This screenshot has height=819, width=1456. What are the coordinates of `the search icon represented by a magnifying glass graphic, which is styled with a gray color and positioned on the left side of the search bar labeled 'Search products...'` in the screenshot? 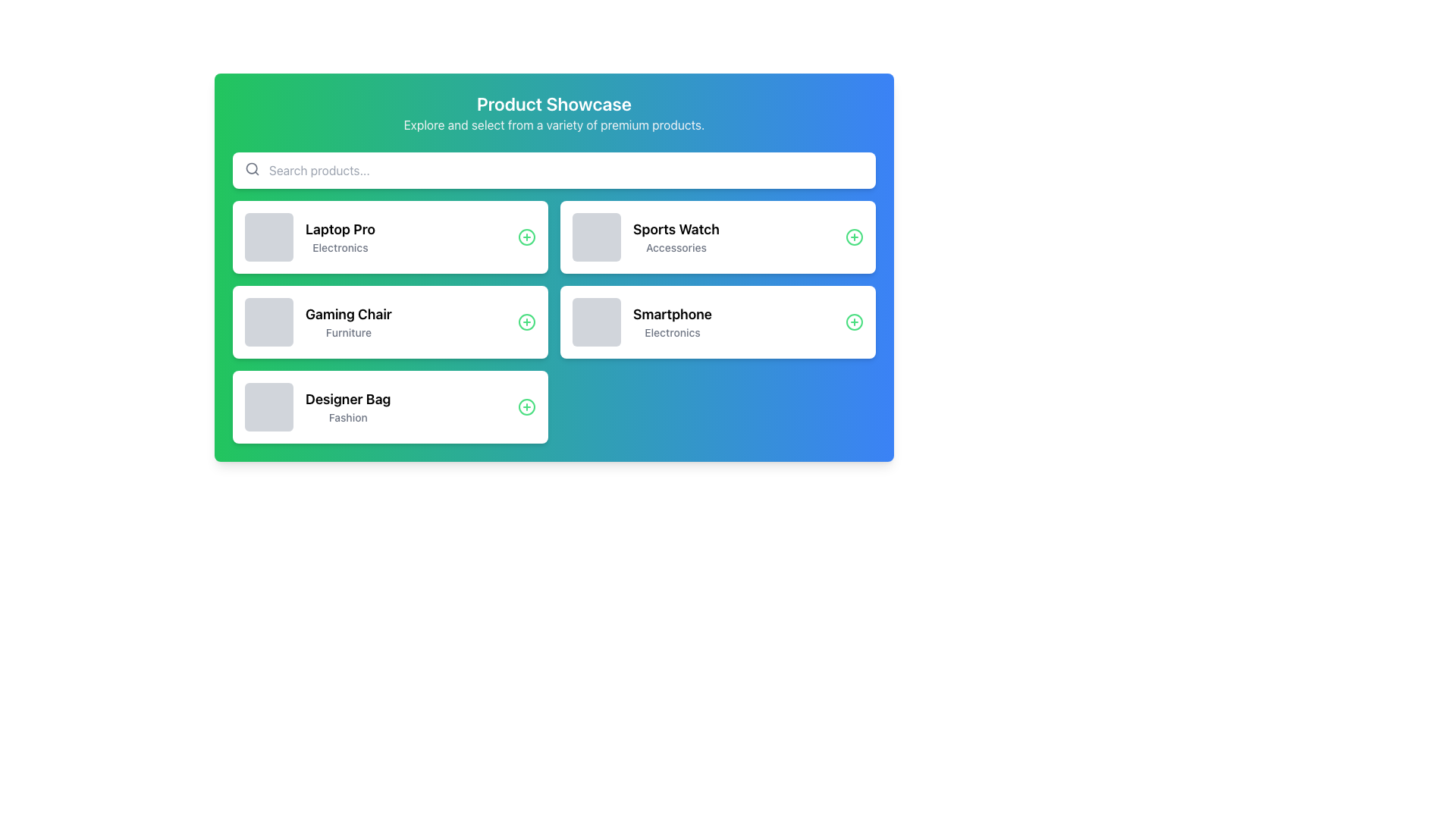 It's located at (252, 169).